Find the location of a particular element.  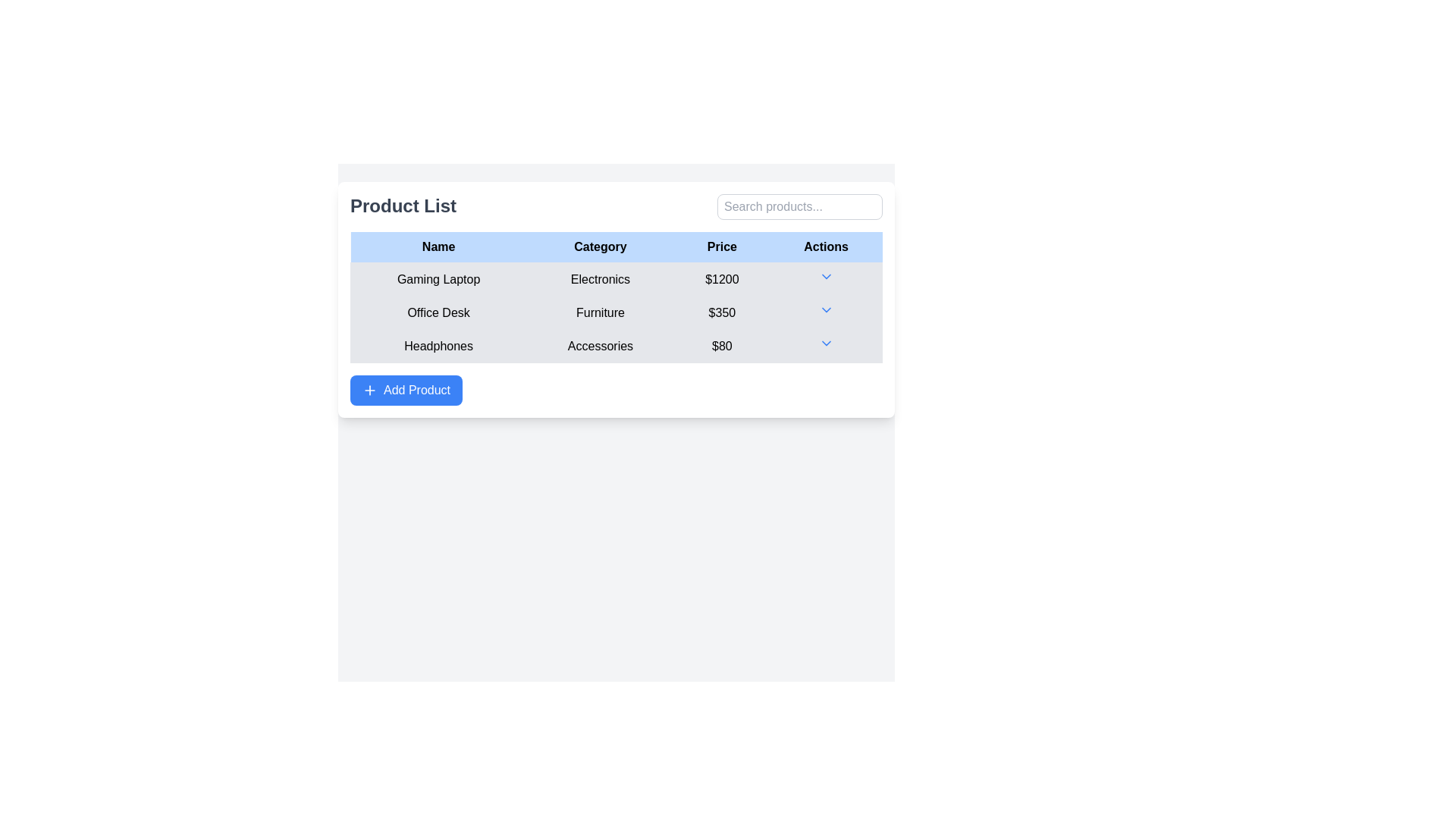

the table cell containing the text 'Electronics', which is located in the first row under the 'Category' column, positioned to the right of 'Gaming Laptop' and to the left of '$1200' is located at coordinates (616, 279).